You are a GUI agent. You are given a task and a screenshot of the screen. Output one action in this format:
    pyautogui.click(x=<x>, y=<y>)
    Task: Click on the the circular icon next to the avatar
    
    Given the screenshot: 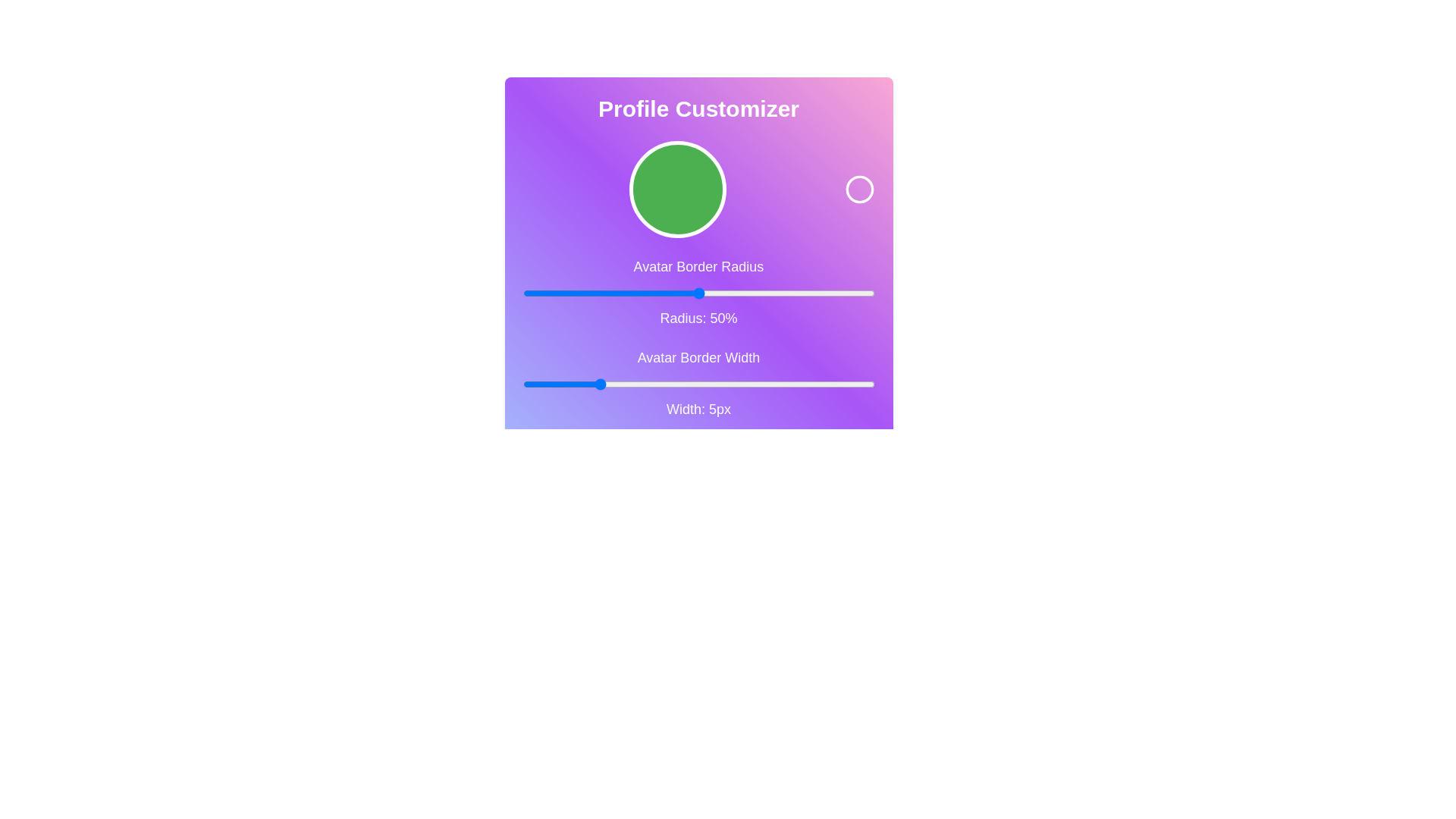 What is the action you would take?
    pyautogui.click(x=859, y=189)
    